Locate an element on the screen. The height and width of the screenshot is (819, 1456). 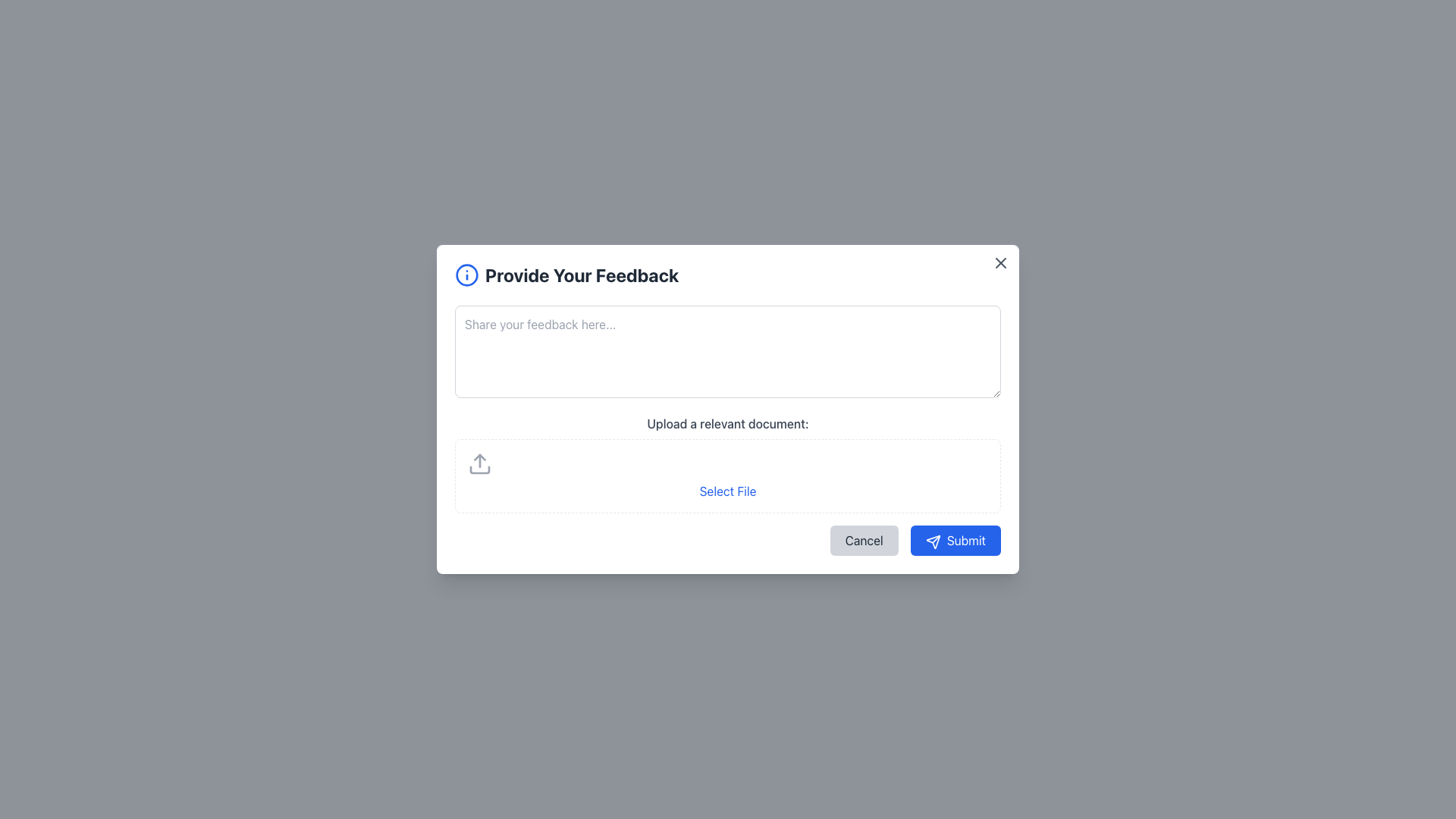
the 'send' button which features a paper airplane icon, located at the bottom right of the modal interface is located at coordinates (932, 541).